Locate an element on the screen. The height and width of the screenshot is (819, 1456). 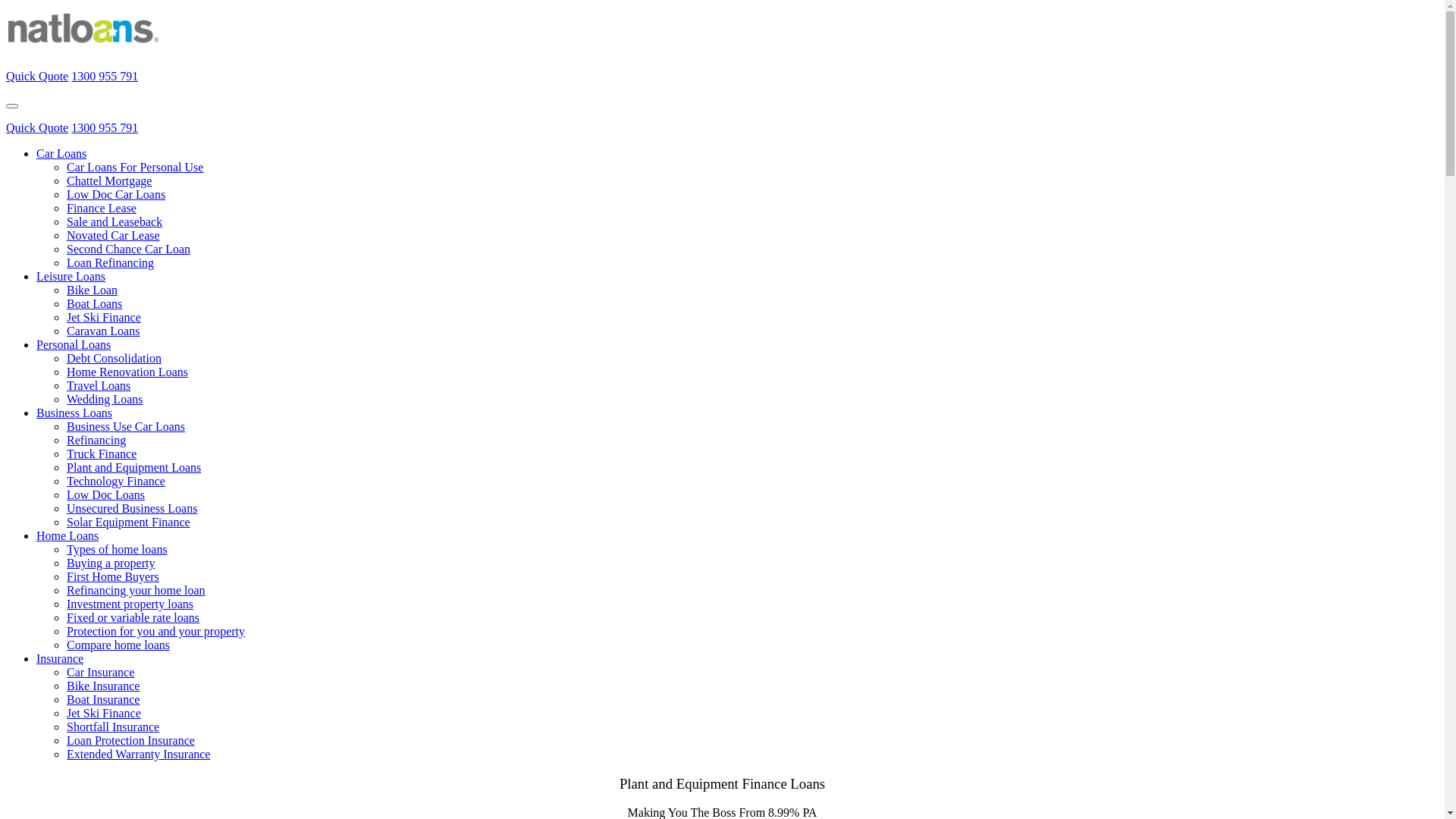
'Travel Loans' is located at coordinates (65, 384).